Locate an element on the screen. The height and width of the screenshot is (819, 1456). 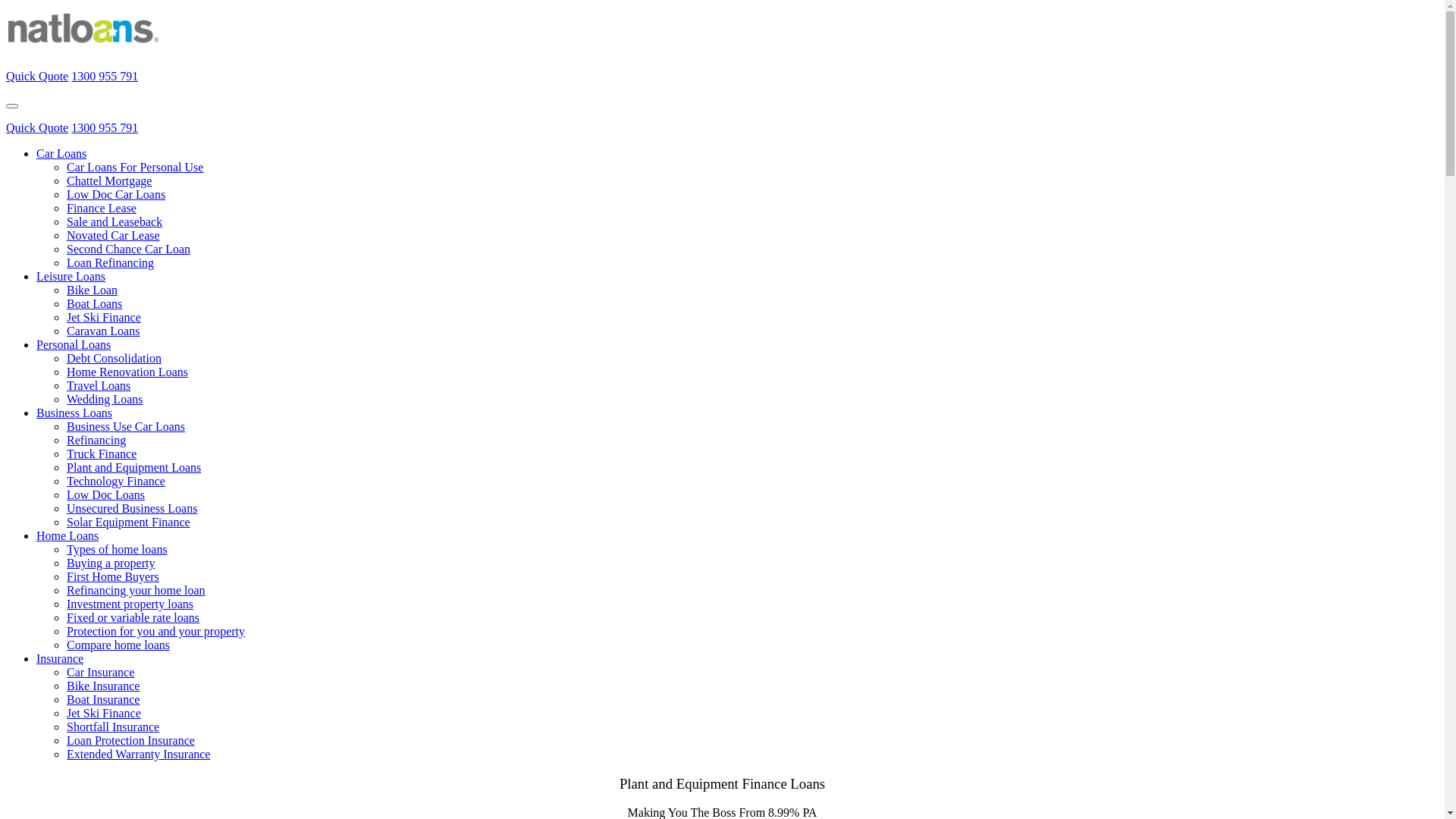
'Travel Loans' is located at coordinates (65, 384).